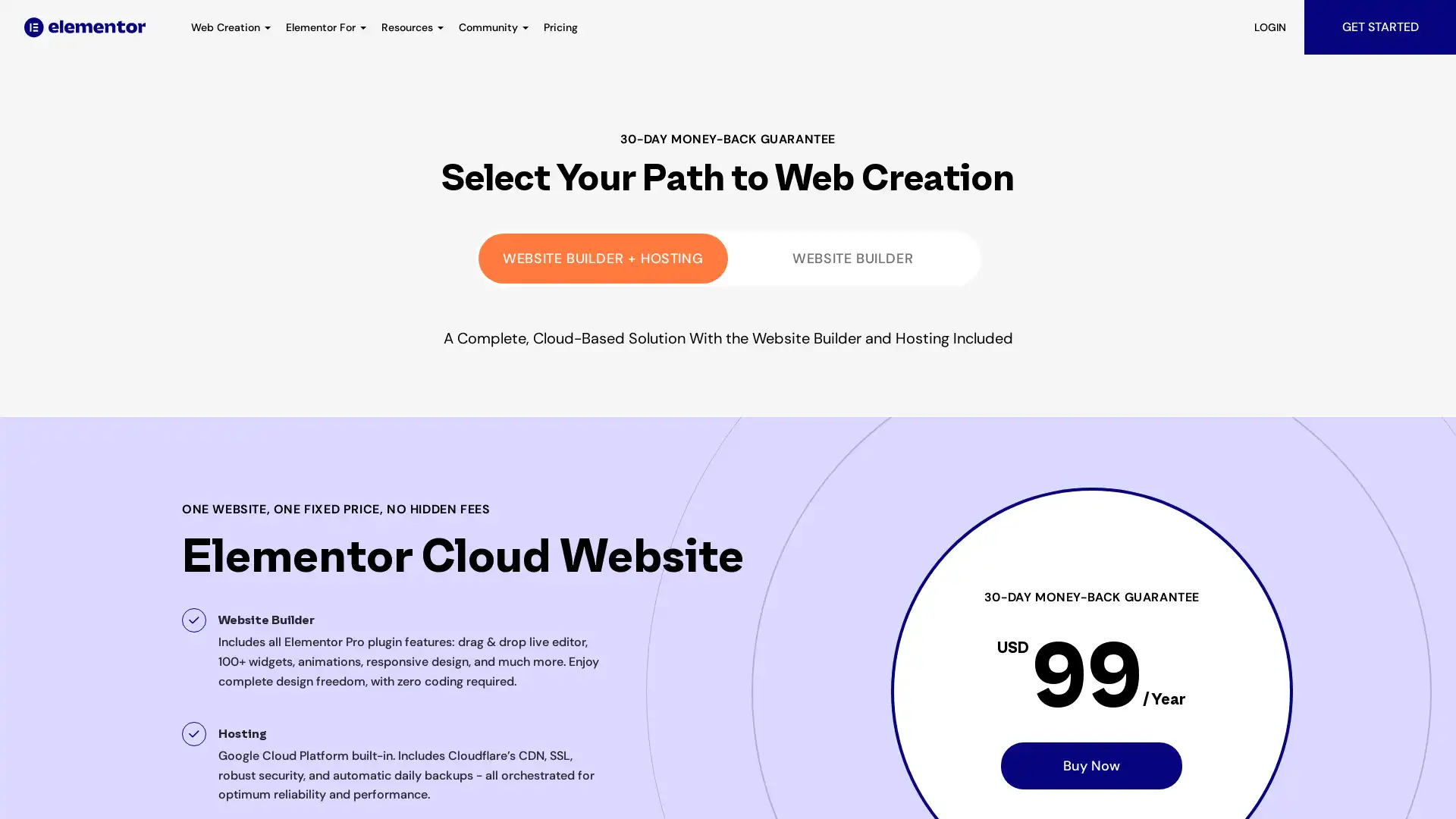 The width and height of the screenshot is (1456, 819). I want to click on Buy Elementor Cloud Website, so click(1090, 766).